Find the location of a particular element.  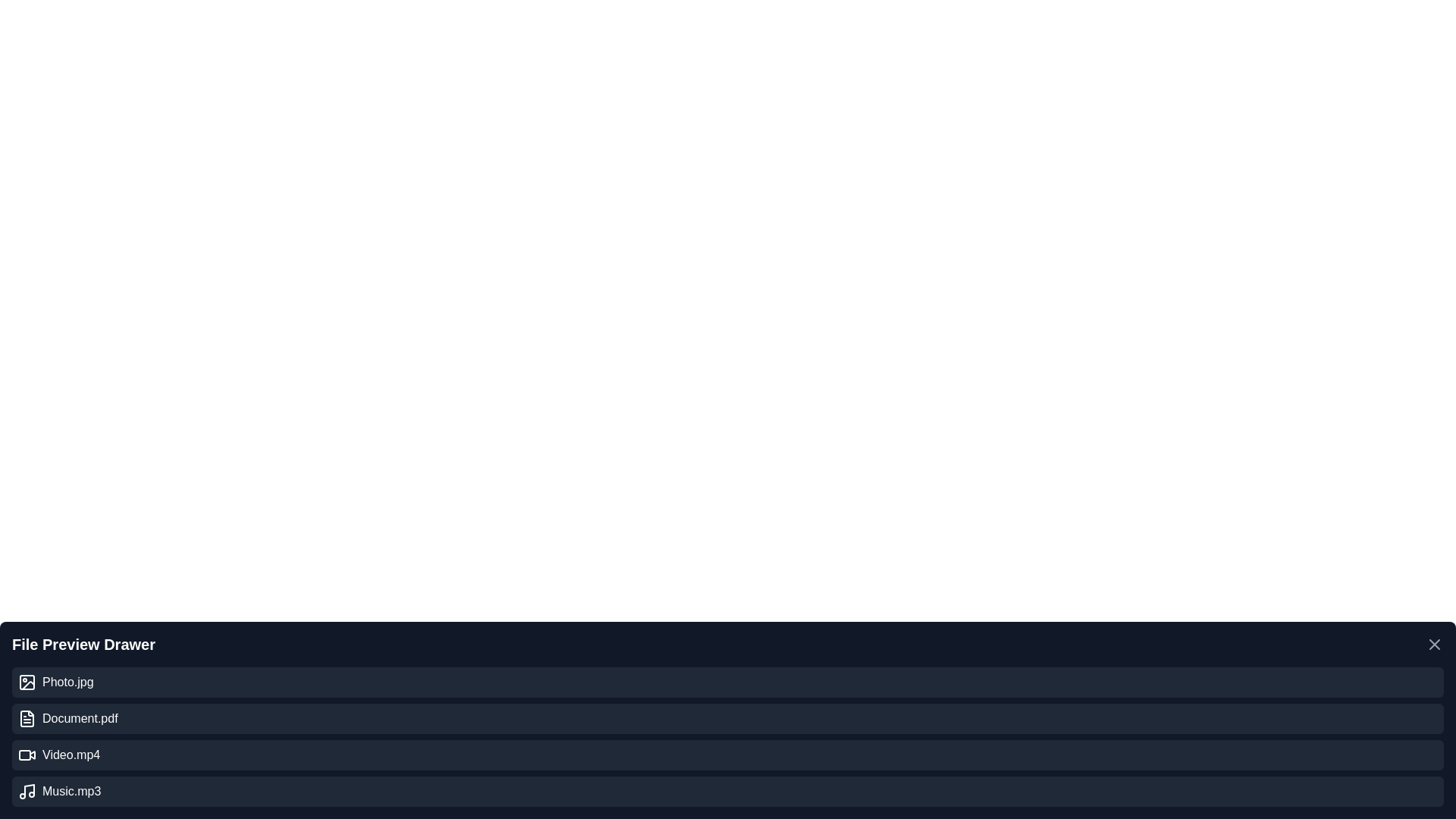

the second list item is located at coordinates (728, 718).